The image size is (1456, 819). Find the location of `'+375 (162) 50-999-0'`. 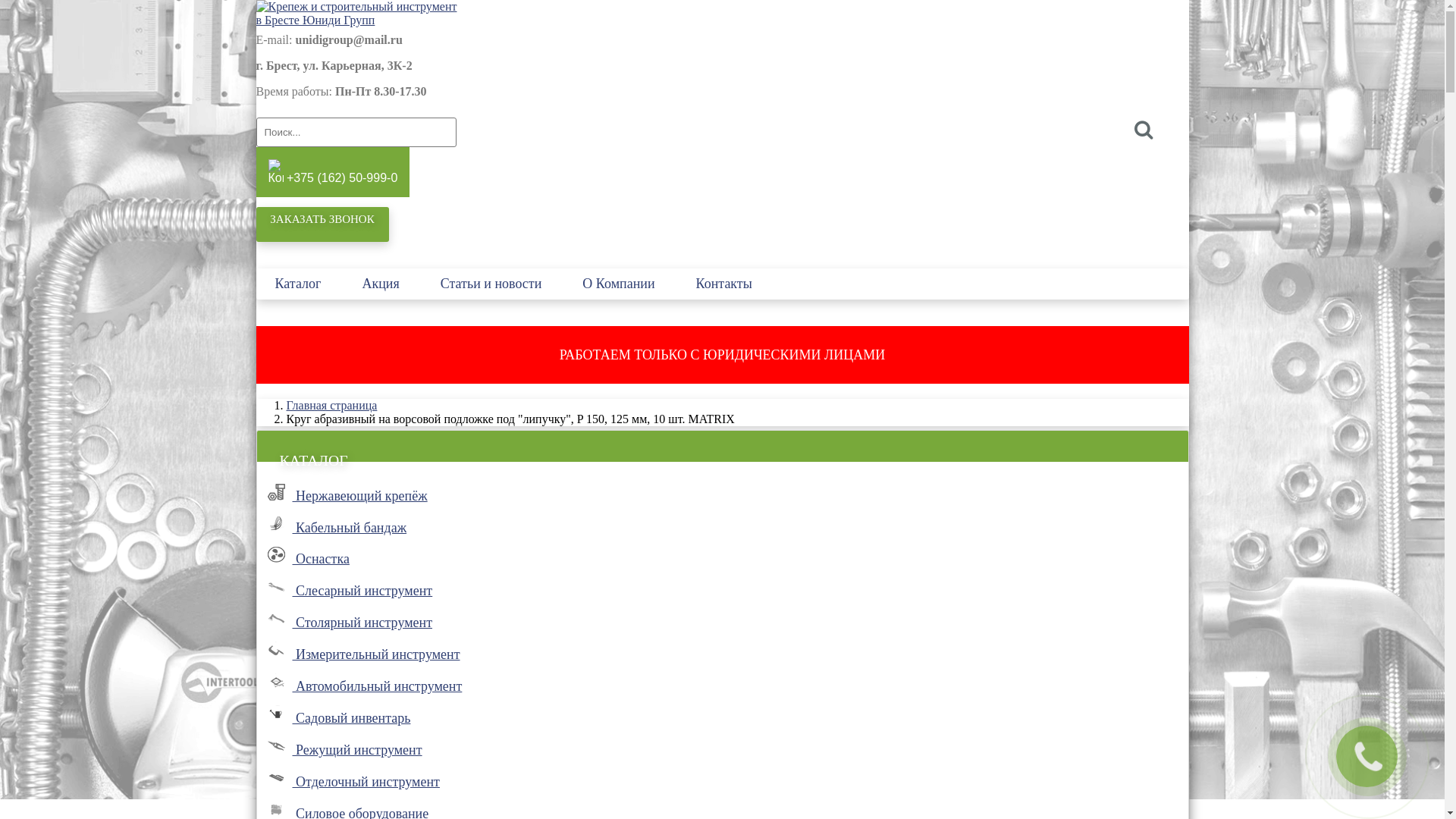

'+375 (162) 50-999-0' is located at coordinates (332, 171).